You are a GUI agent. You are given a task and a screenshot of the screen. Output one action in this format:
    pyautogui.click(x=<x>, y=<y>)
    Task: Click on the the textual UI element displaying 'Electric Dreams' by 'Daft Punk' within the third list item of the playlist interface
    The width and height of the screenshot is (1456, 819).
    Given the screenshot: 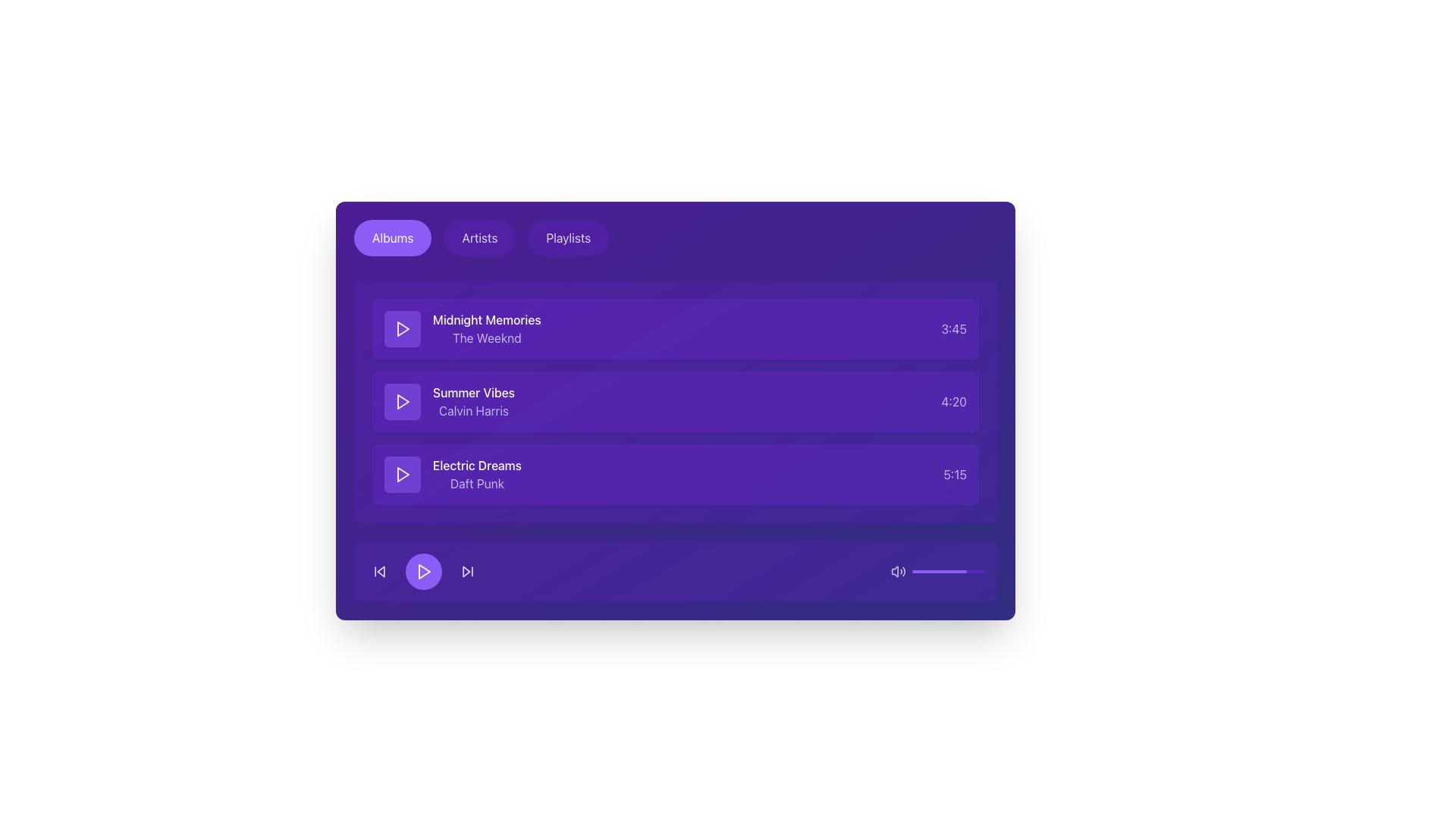 What is the action you would take?
    pyautogui.click(x=476, y=473)
    